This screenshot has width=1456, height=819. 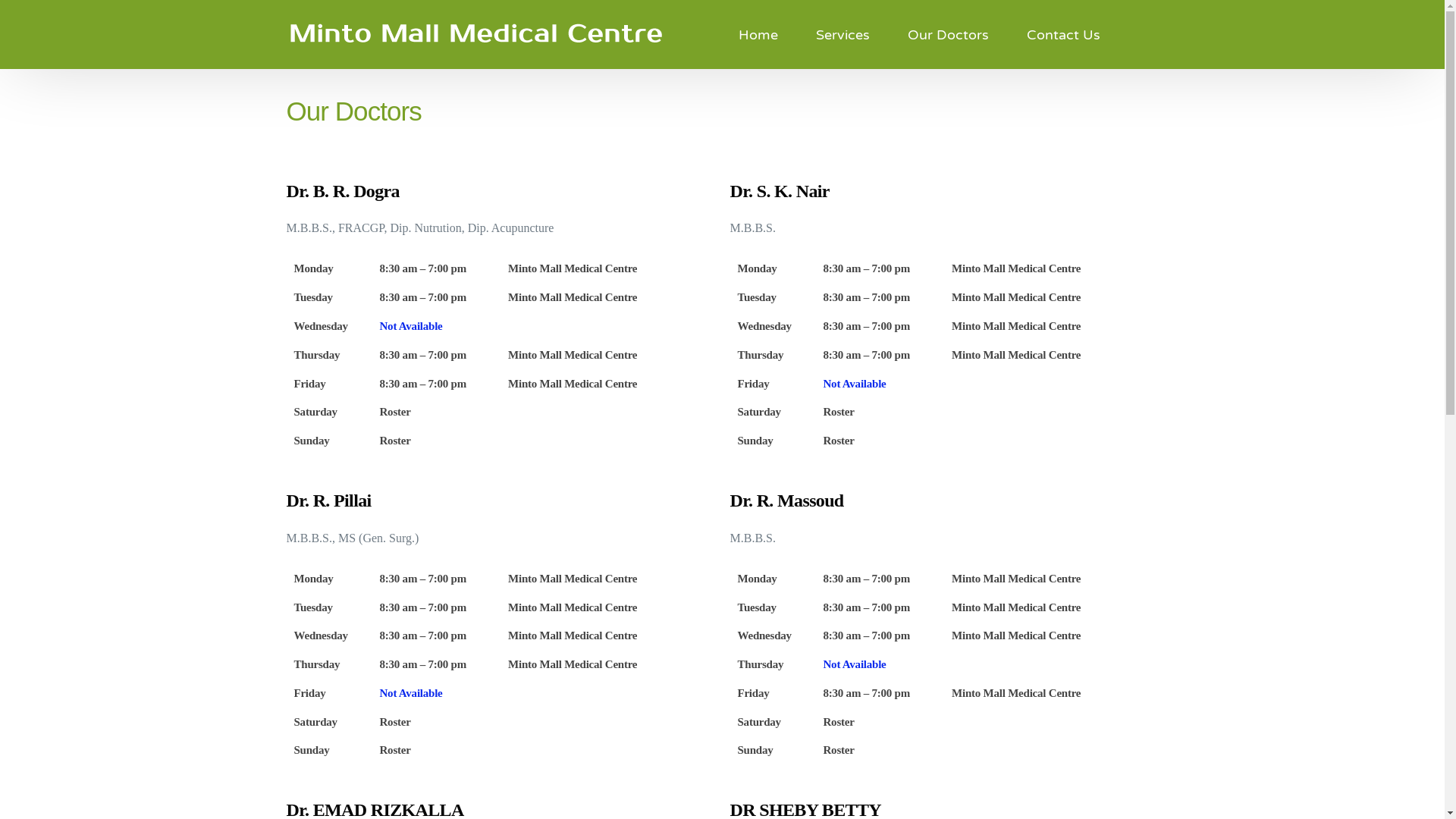 What do you see at coordinates (888, 34) in the screenshot?
I see `'Our Doctors'` at bounding box center [888, 34].